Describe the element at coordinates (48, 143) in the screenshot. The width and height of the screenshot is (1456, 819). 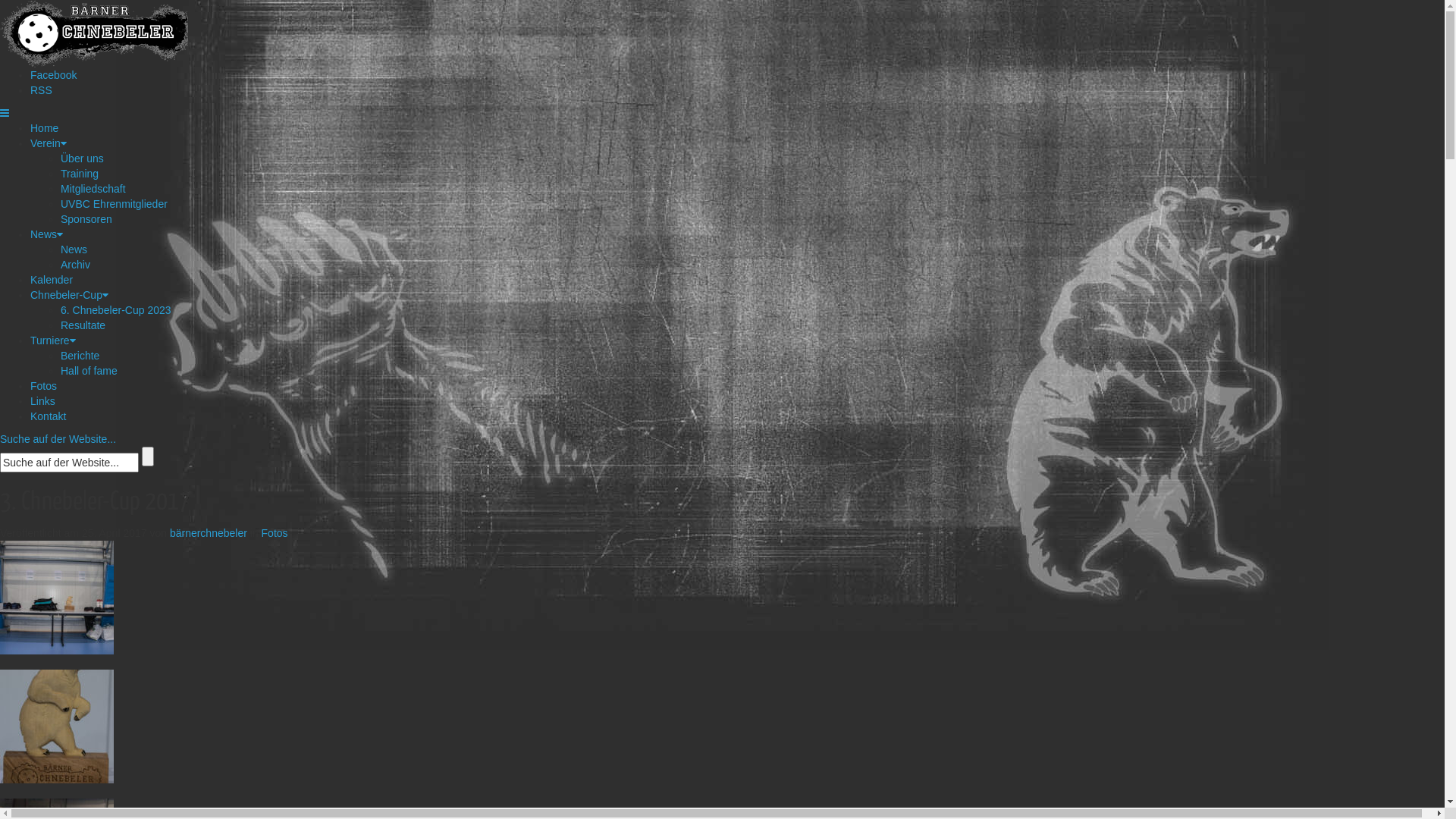
I see `'Verein'` at that location.